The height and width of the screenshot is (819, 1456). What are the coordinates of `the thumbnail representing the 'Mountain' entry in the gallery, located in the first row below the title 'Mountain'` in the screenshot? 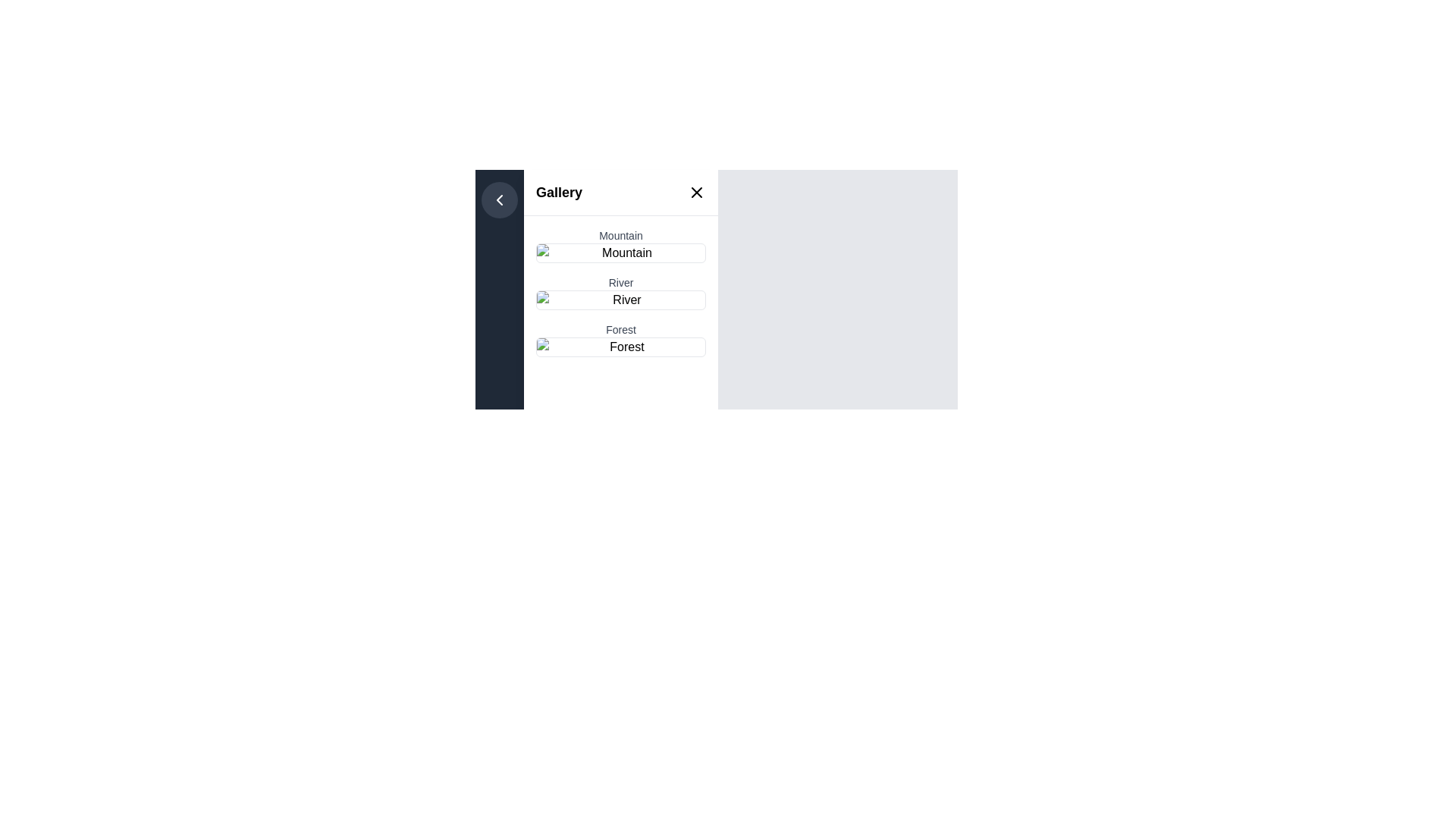 It's located at (621, 253).